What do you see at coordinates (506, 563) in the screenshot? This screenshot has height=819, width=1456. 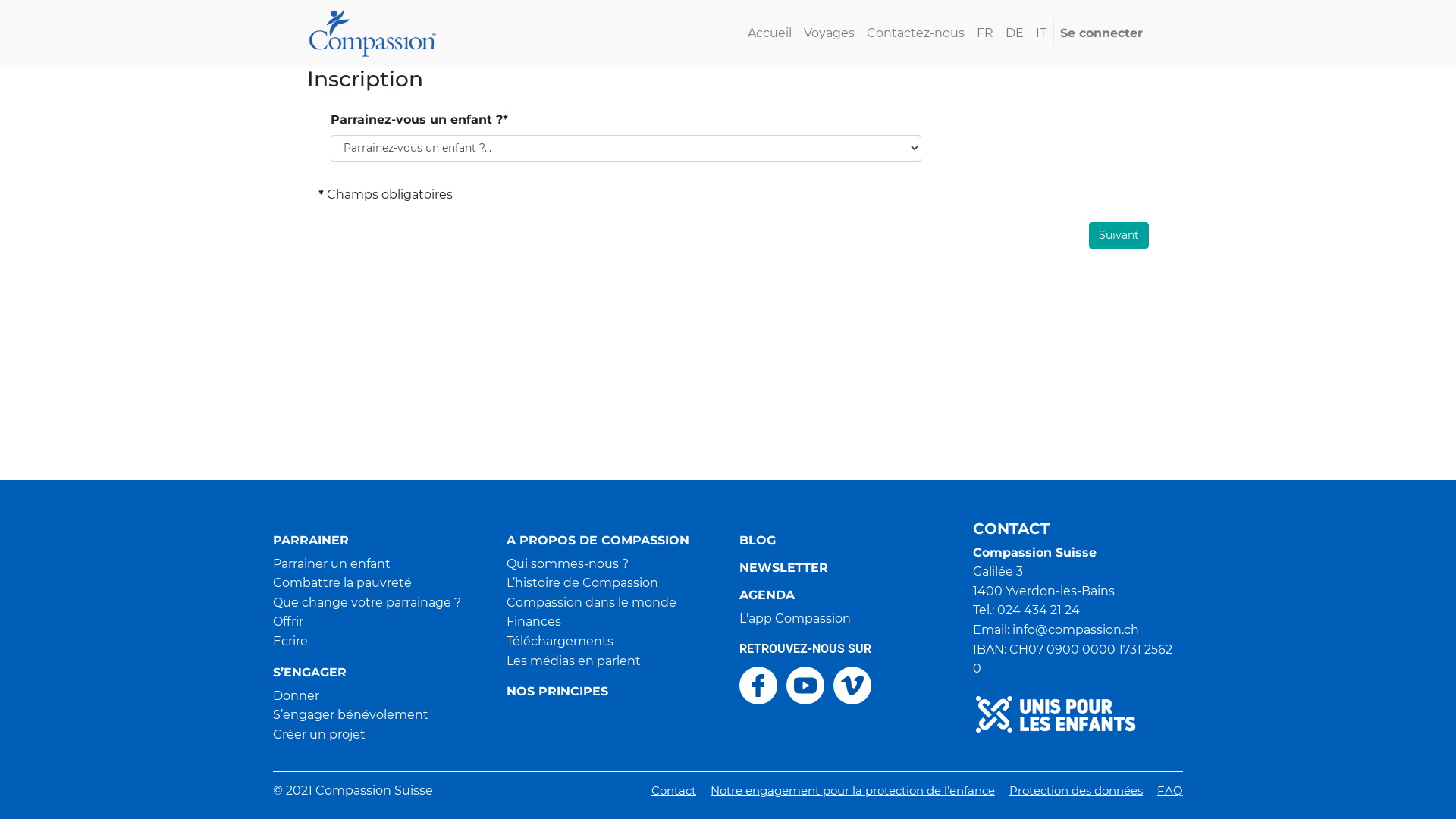 I see `'Qui sommes-nous ?'` at bounding box center [506, 563].